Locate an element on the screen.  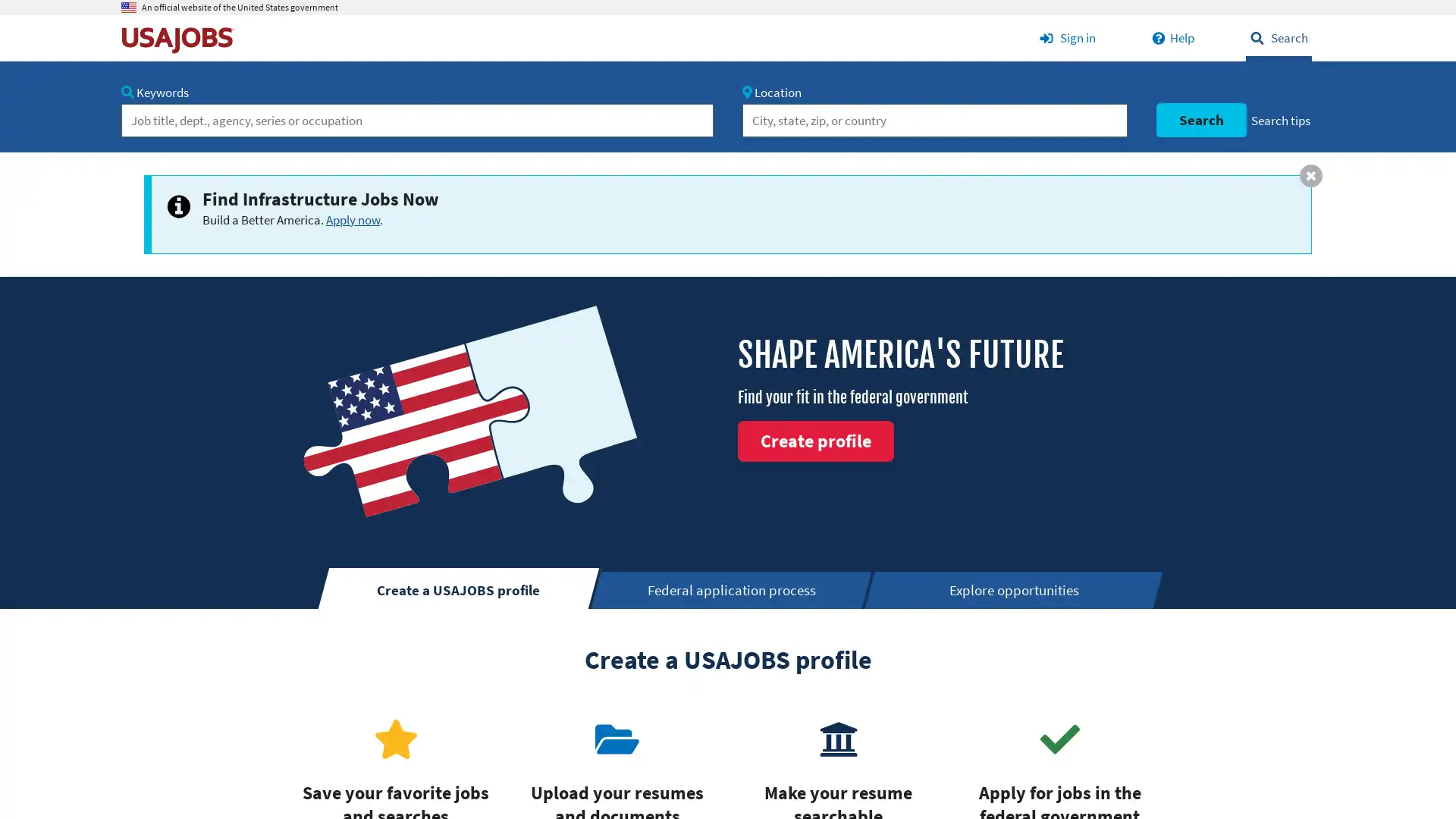
Federal application process is located at coordinates (733, 589).